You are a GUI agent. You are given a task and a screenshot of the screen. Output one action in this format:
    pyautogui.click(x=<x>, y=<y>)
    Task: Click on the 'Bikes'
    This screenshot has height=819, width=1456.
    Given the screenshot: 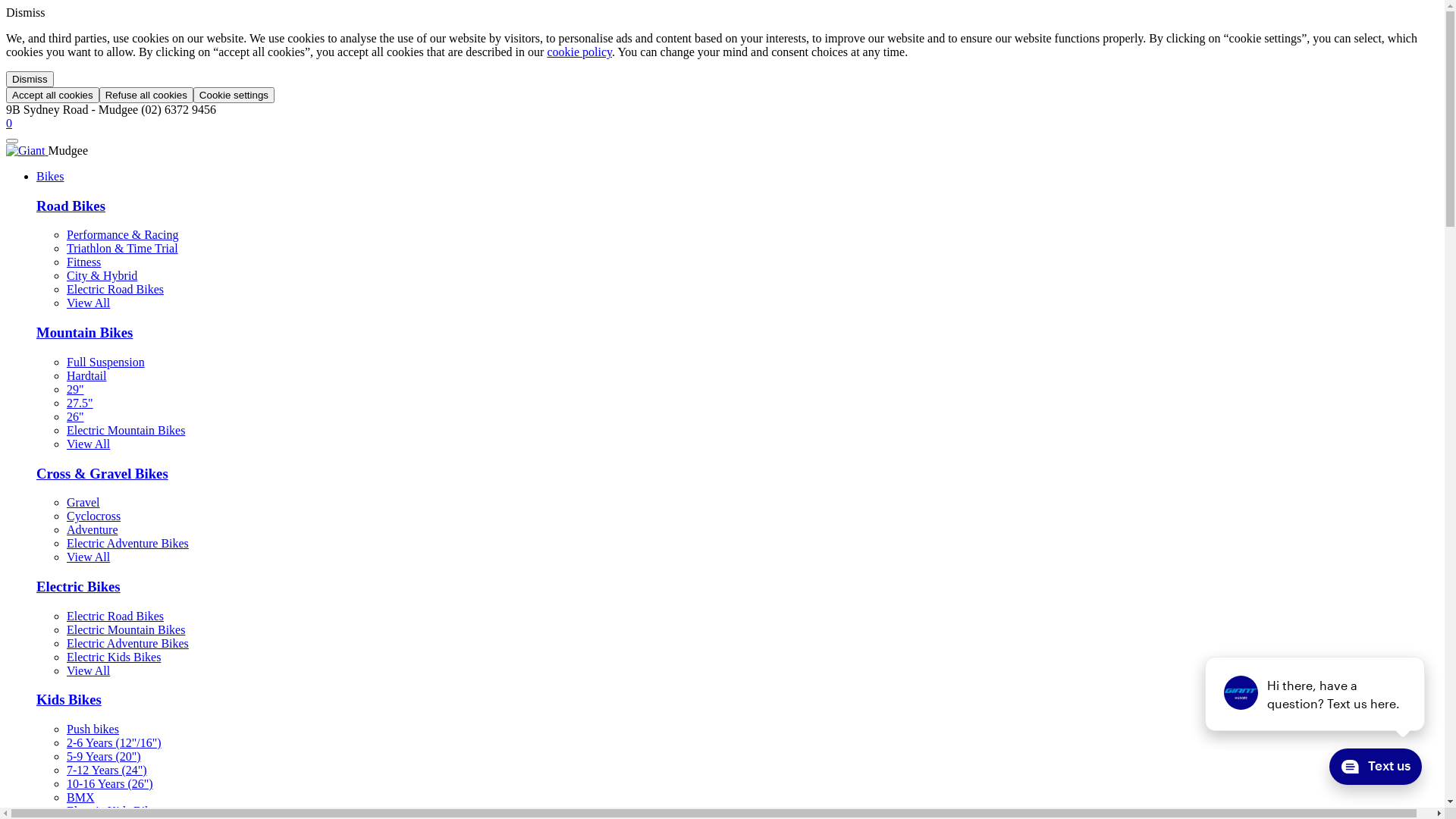 What is the action you would take?
    pyautogui.click(x=50, y=175)
    